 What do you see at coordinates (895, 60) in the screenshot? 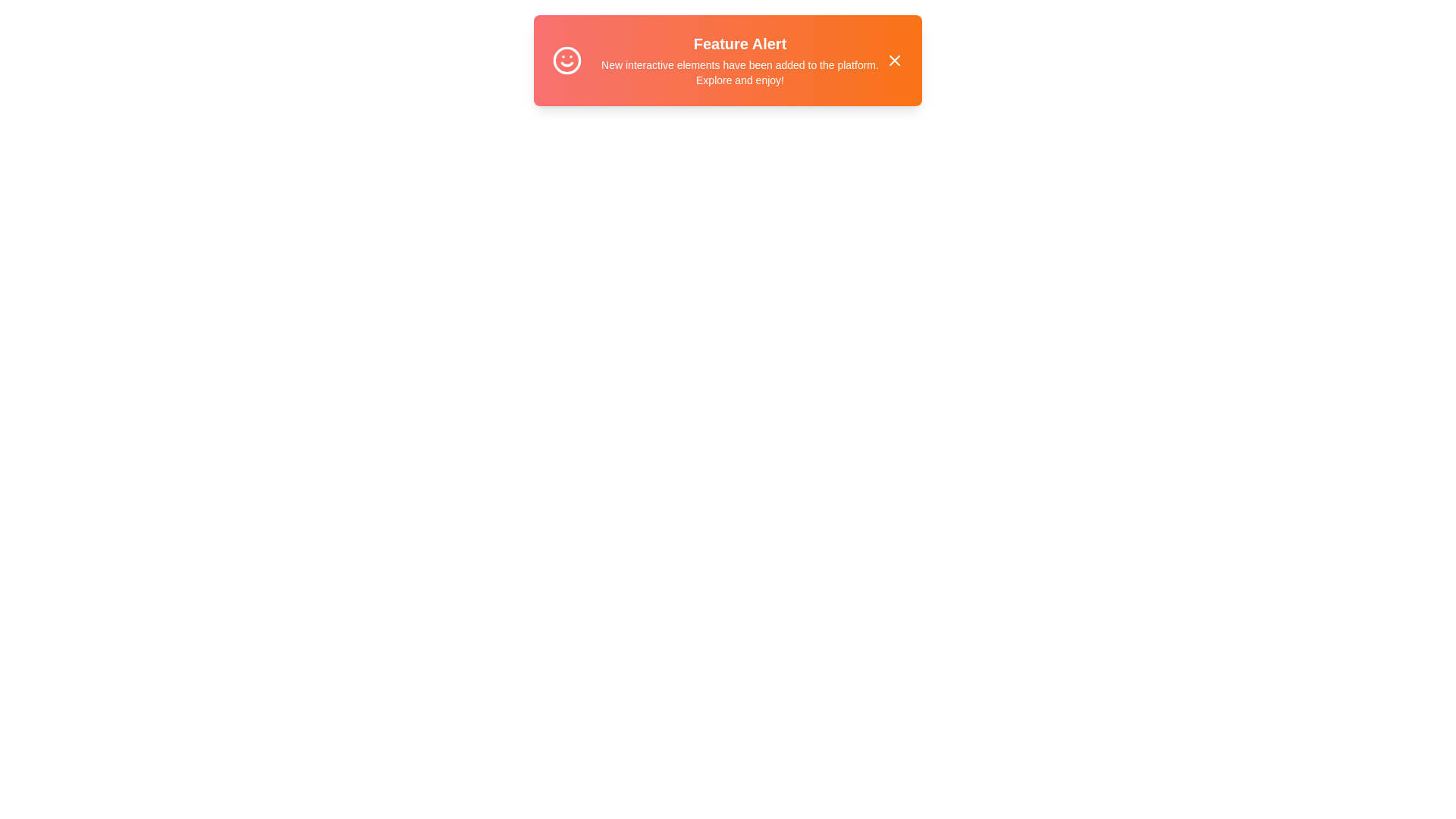
I see `the close button of the snackbar` at bounding box center [895, 60].